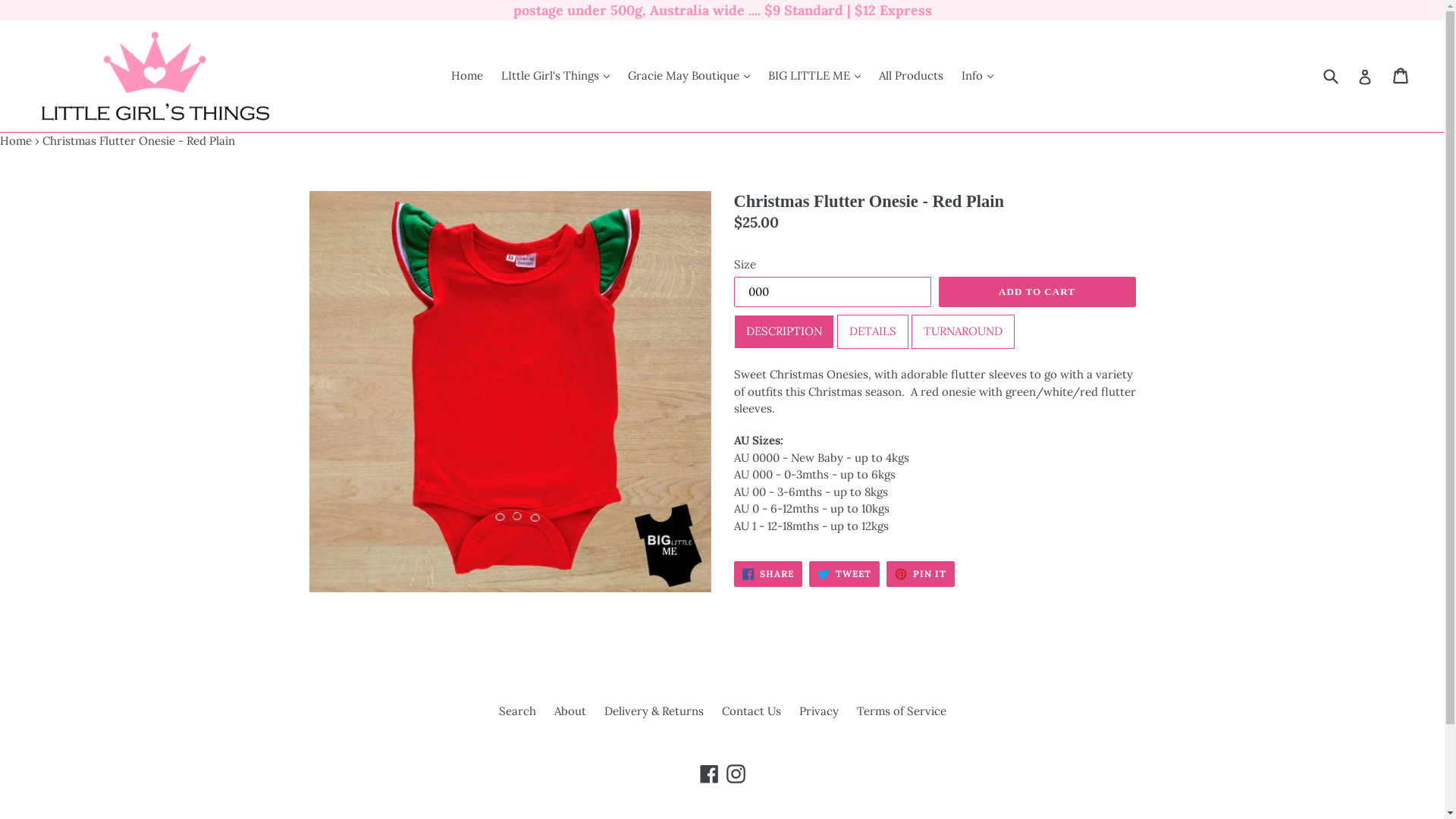 The height and width of the screenshot is (819, 1456). Describe the element at coordinates (1401, 76) in the screenshot. I see `'Cart` at that location.